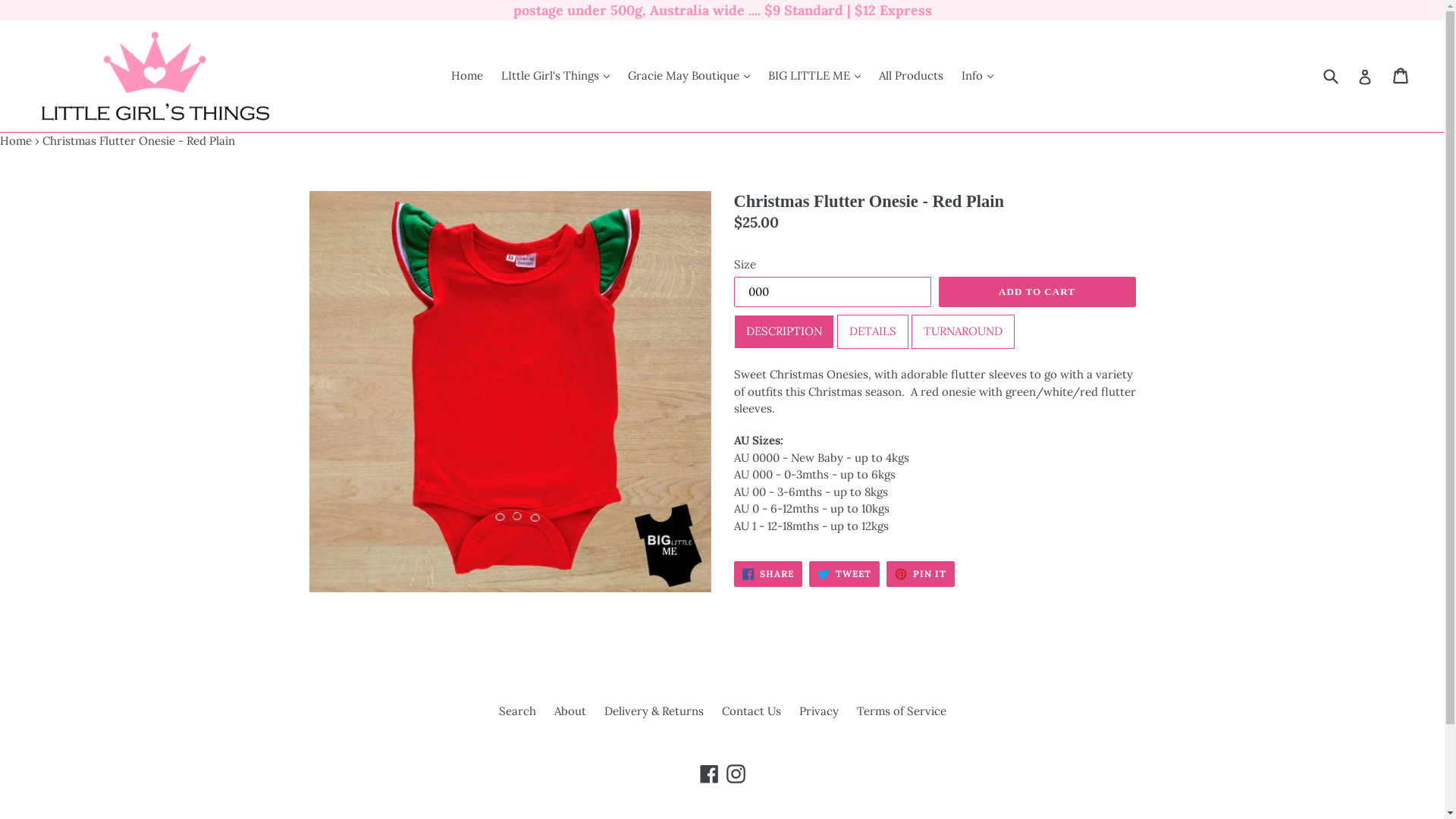 The height and width of the screenshot is (819, 1456). Describe the element at coordinates (1401, 76) in the screenshot. I see `'Cart` at that location.